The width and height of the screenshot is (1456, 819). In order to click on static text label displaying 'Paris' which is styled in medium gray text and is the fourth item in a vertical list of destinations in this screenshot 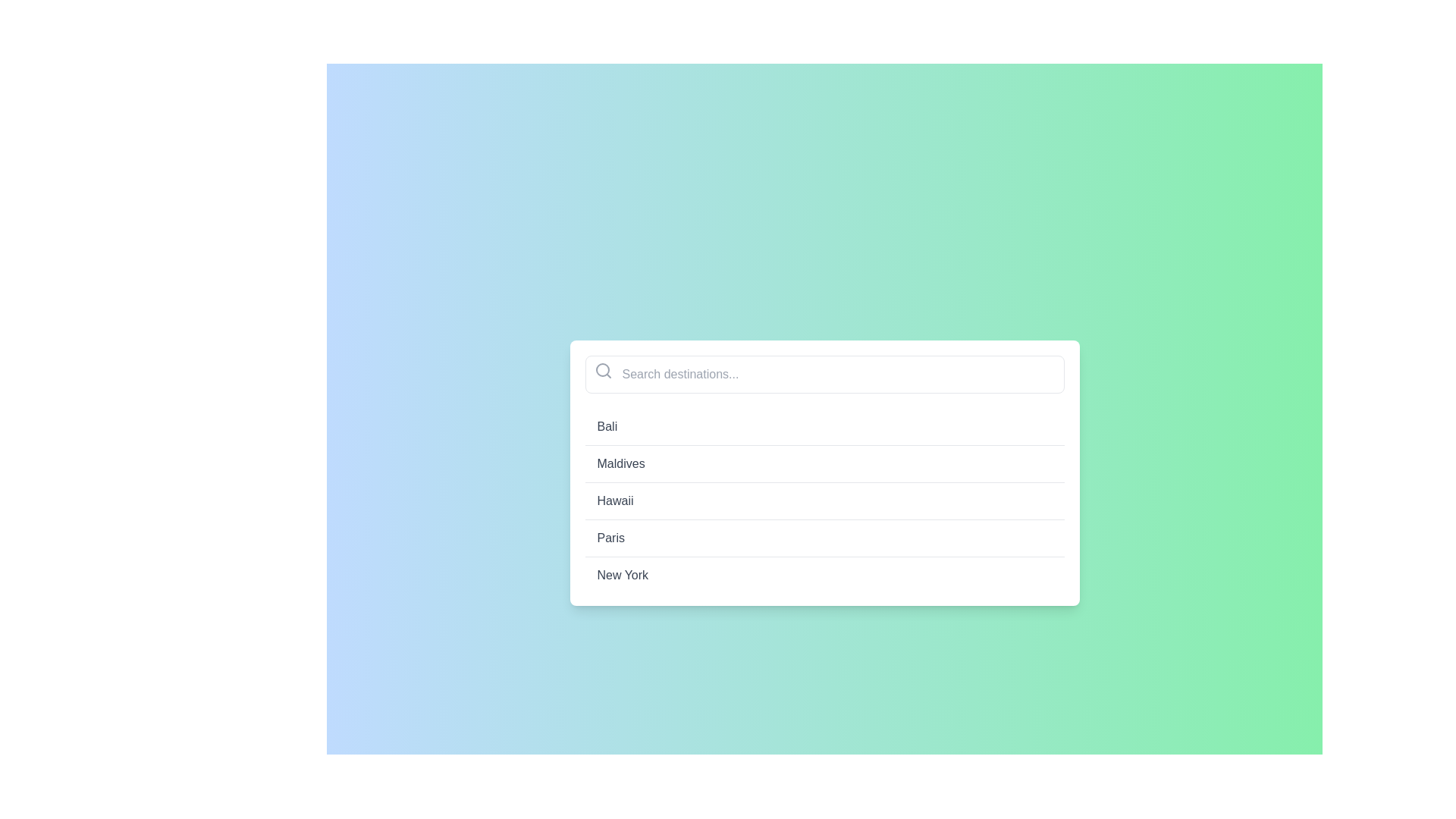, I will do `click(610, 537)`.